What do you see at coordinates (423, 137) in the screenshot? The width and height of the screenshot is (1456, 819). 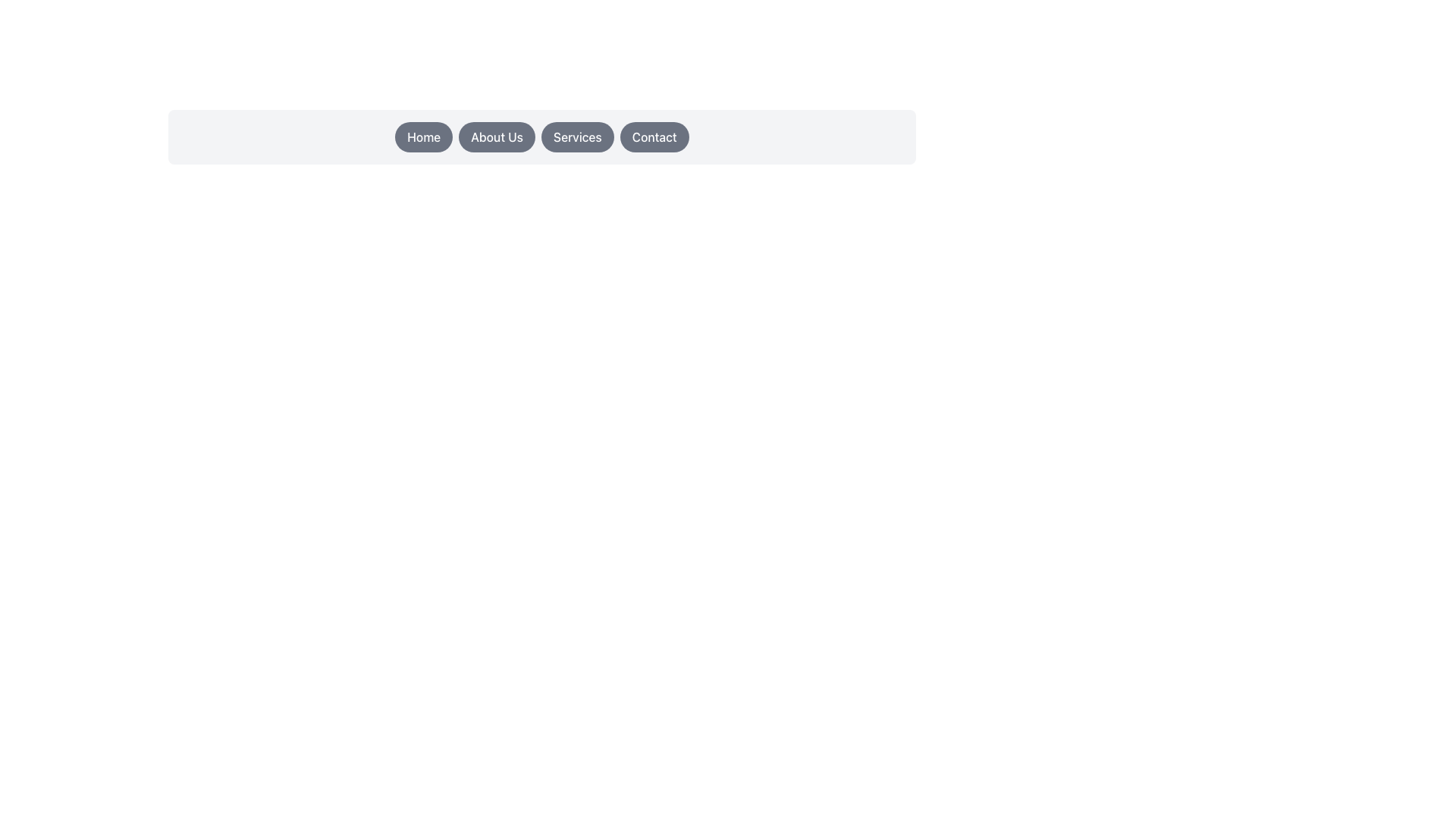 I see `the gray 'Home' button with rounded corners` at bounding box center [423, 137].